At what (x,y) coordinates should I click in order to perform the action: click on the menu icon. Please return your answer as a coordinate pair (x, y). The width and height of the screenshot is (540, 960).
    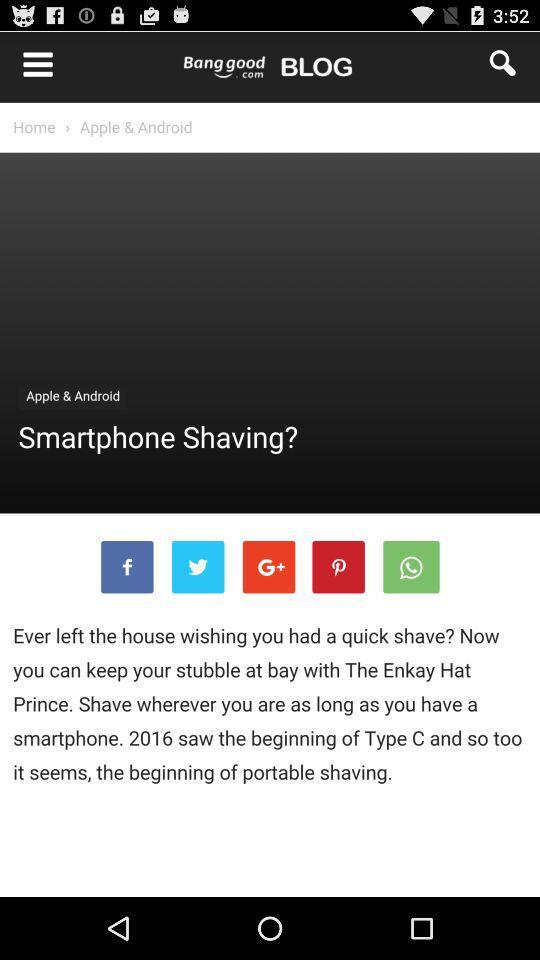
    Looking at the image, I should click on (27, 67).